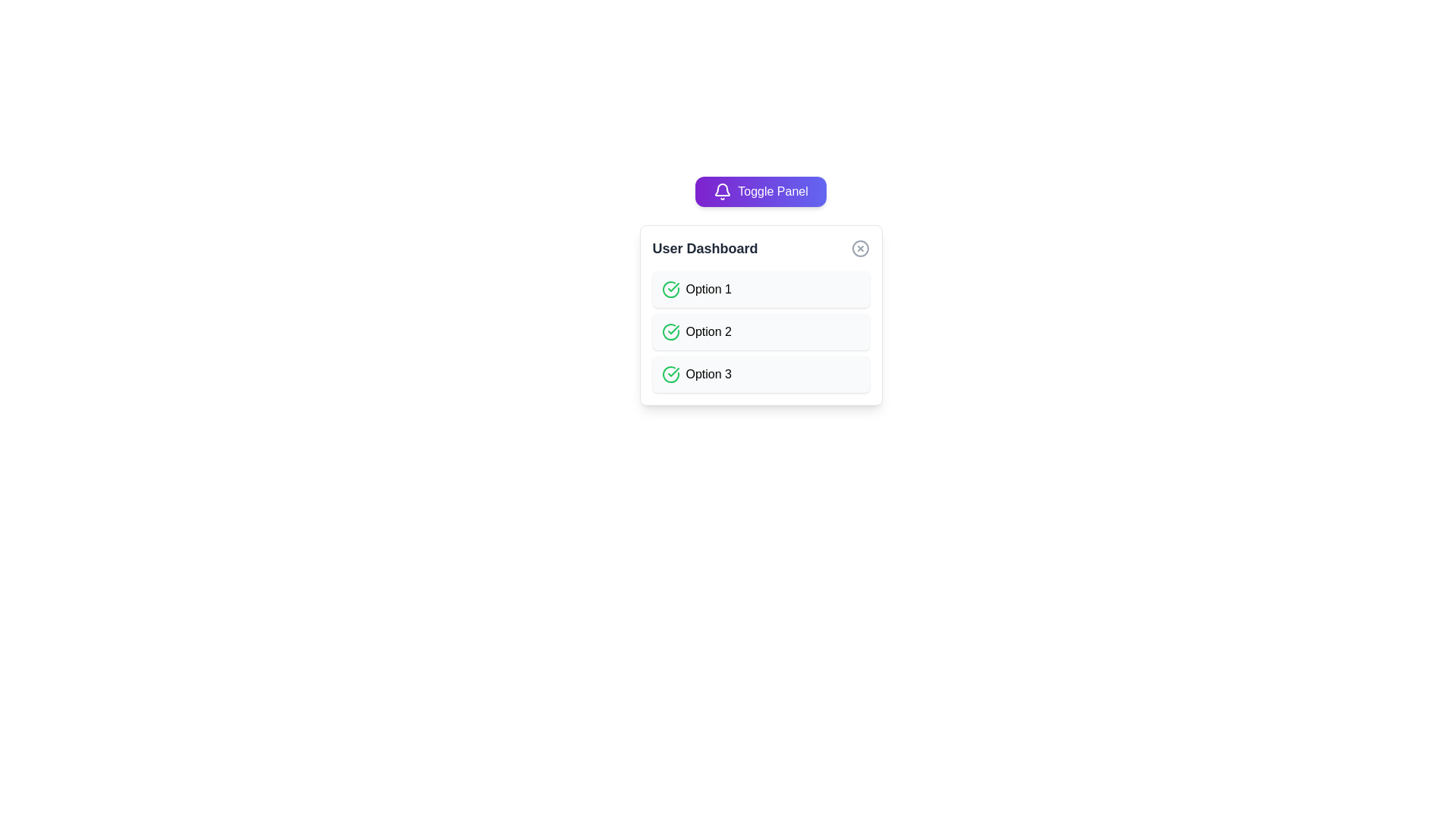 The width and height of the screenshot is (1456, 819). Describe the element at coordinates (673, 372) in the screenshot. I see `the green checkmark icon indicating success in the third row of the options list in the 'User Dashboard'` at that location.